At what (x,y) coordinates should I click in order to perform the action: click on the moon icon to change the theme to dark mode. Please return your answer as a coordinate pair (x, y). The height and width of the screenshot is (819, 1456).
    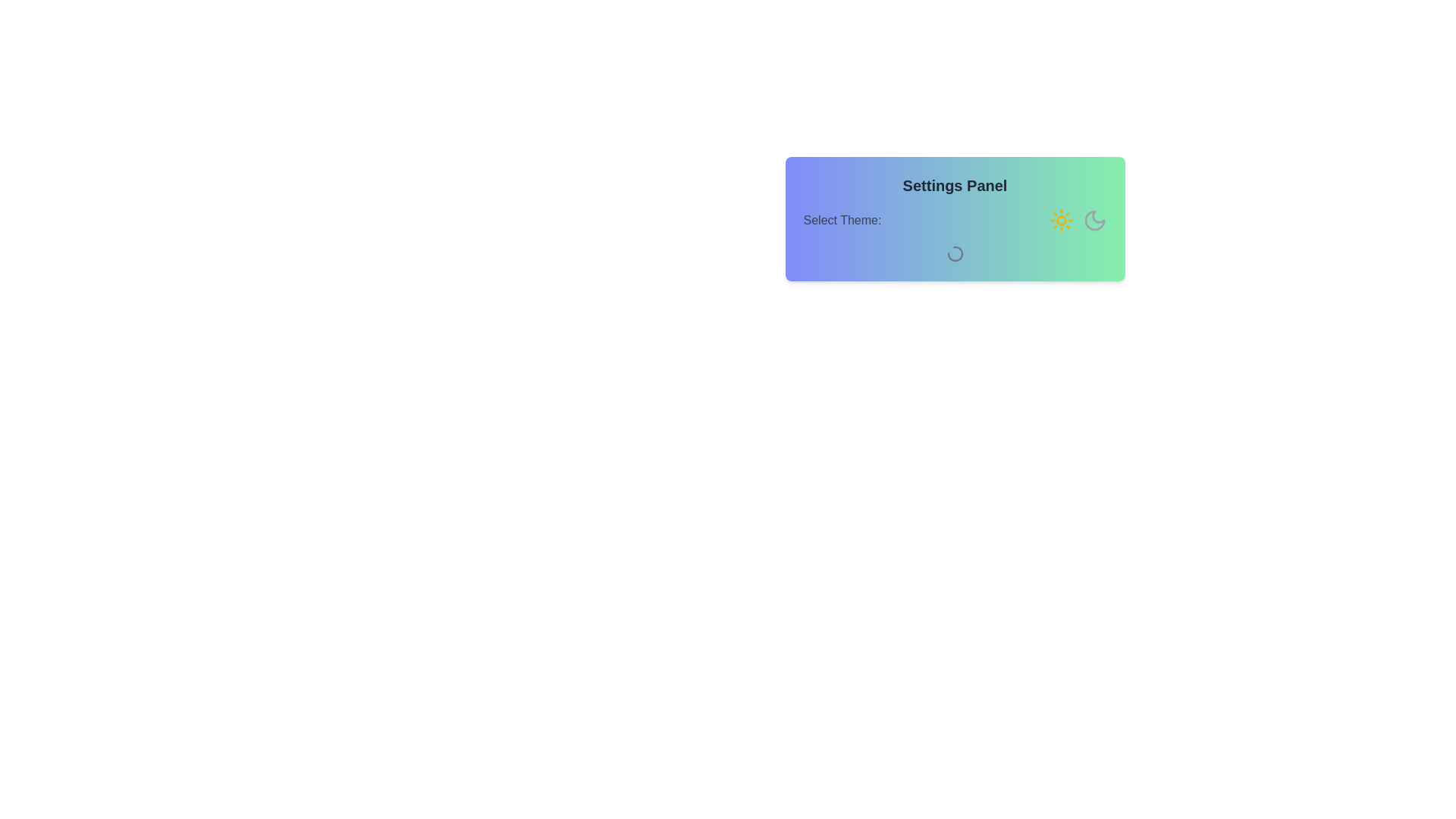
    Looking at the image, I should click on (1094, 220).